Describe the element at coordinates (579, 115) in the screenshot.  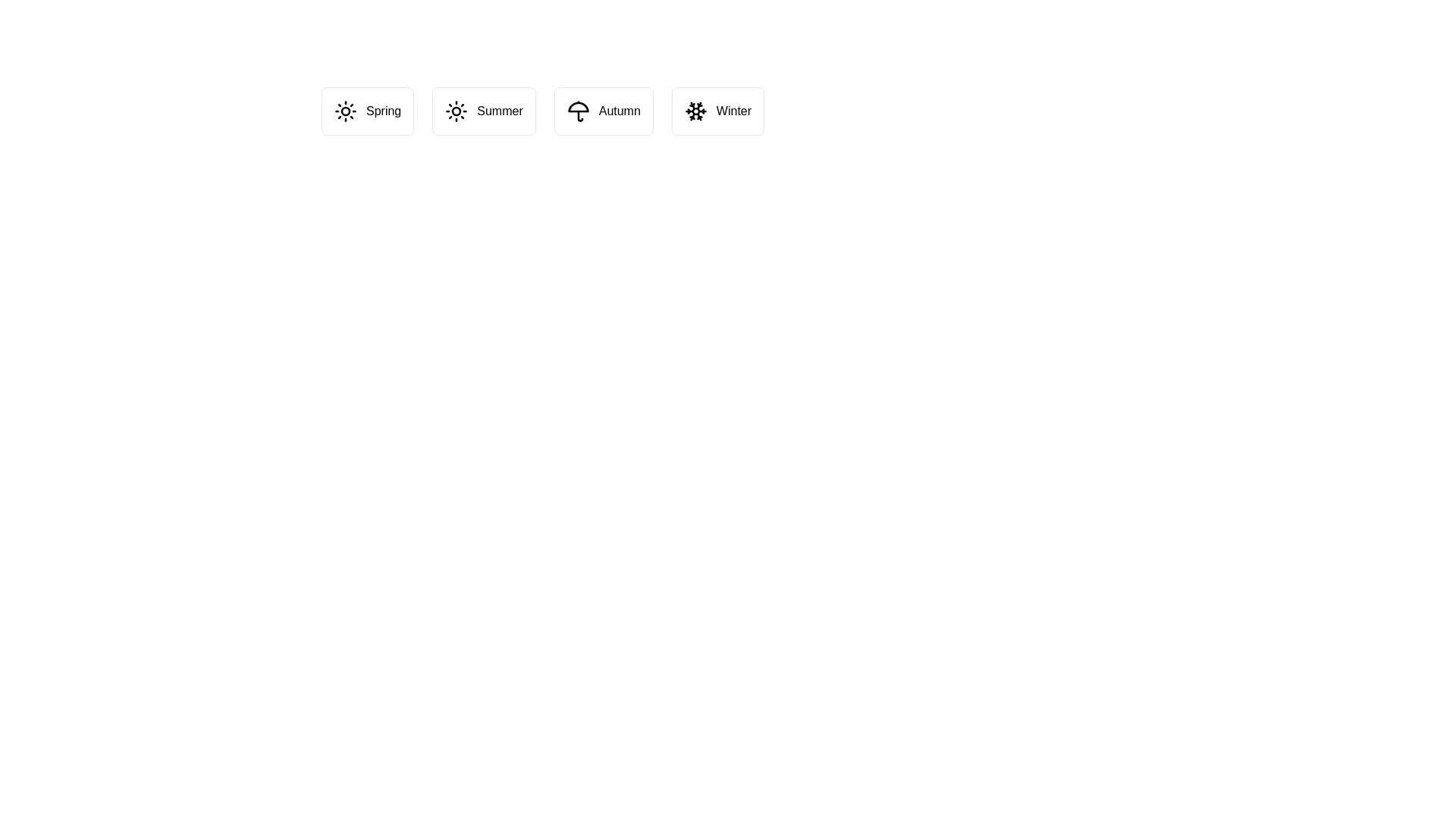
I see `the handle of the umbrella icon, which is part of the 'Autumn' button, the third button in a row of four buttons at the center of the interface` at that location.